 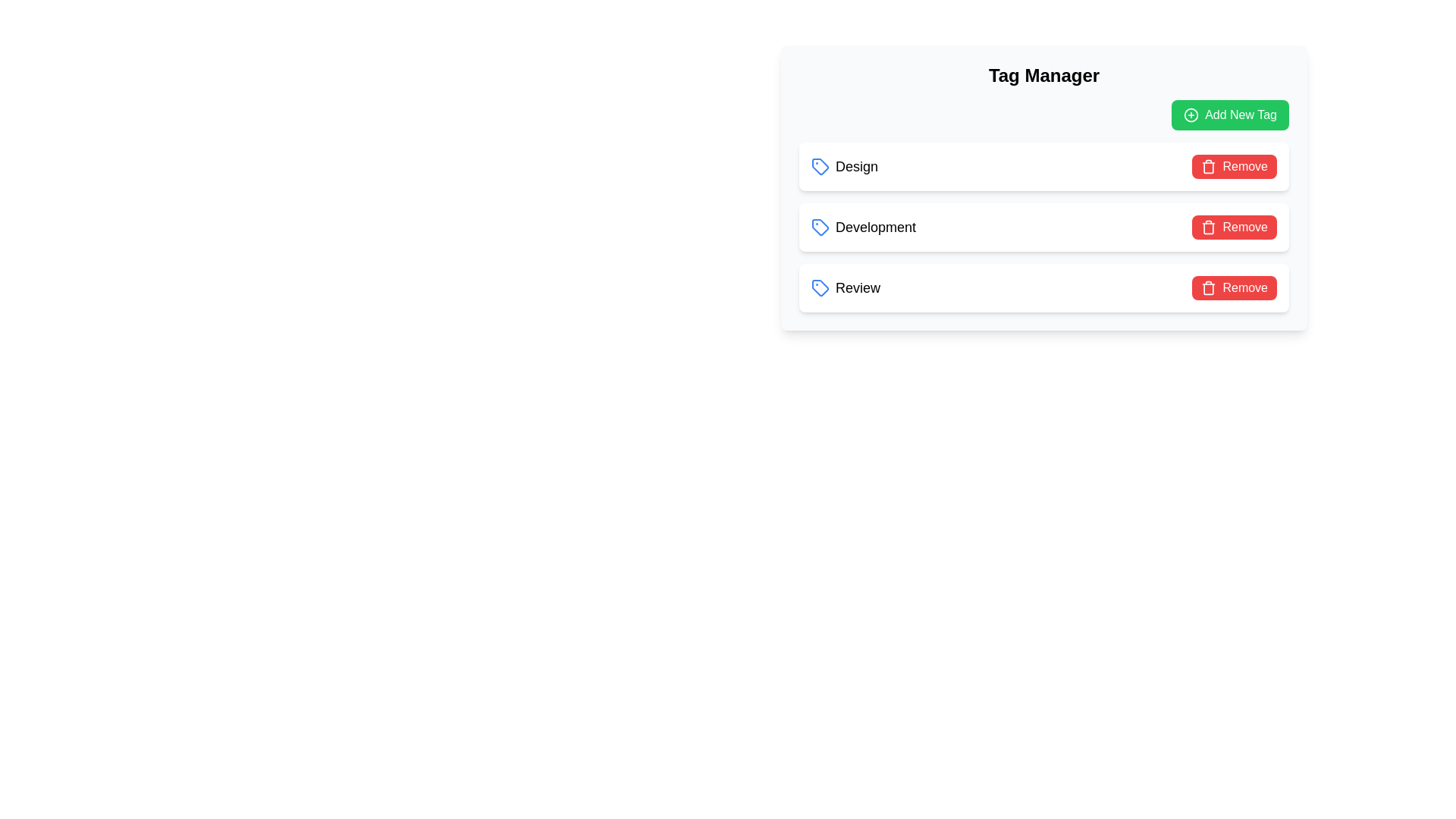 What do you see at coordinates (819, 166) in the screenshot?
I see `the 'Design' icon that visually represents the 'Design' label, which is the first element in the 'Design' section of the list` at bounding box center [819, 166].